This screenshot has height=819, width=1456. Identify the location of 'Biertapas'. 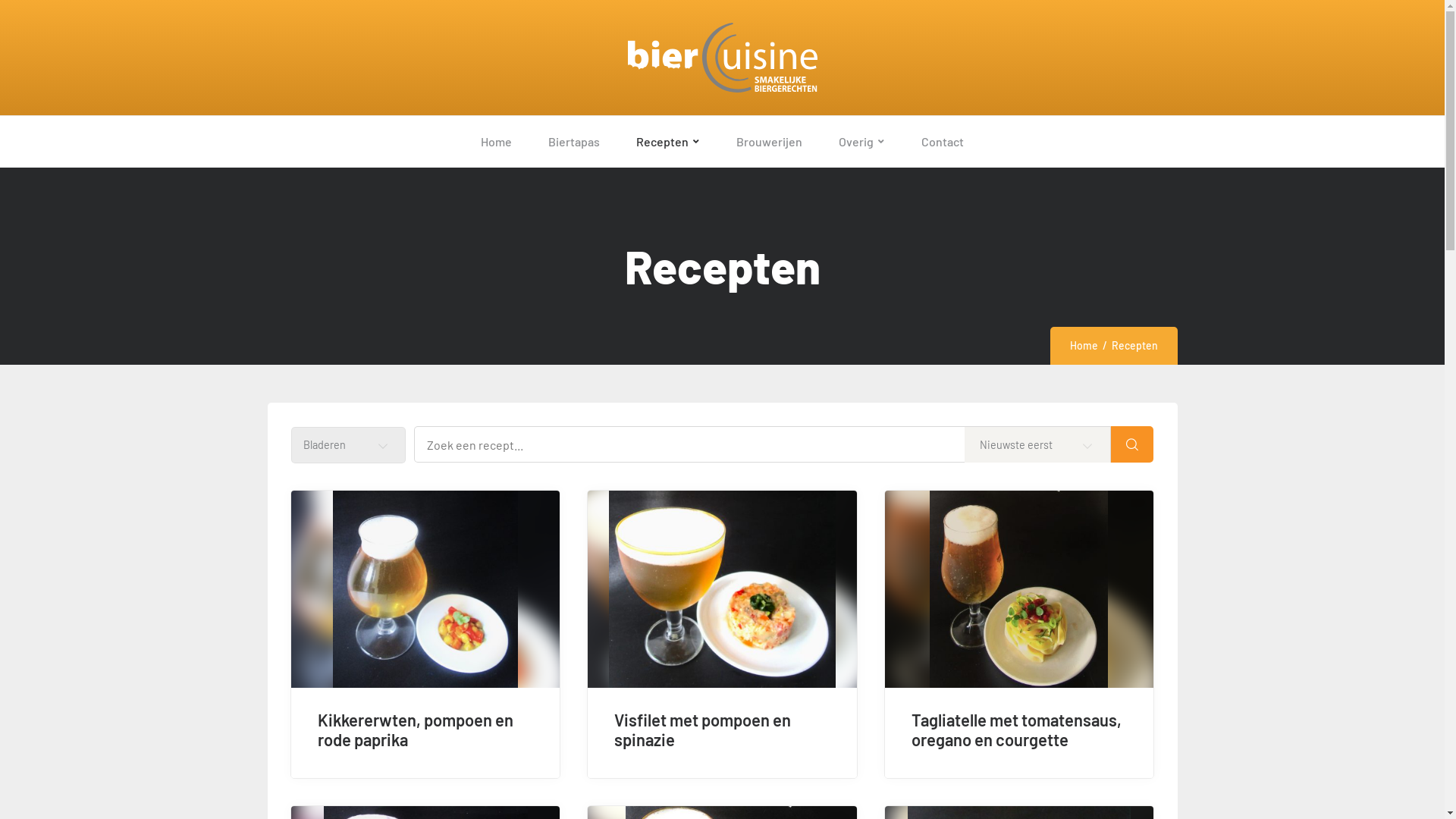
(573, 141).